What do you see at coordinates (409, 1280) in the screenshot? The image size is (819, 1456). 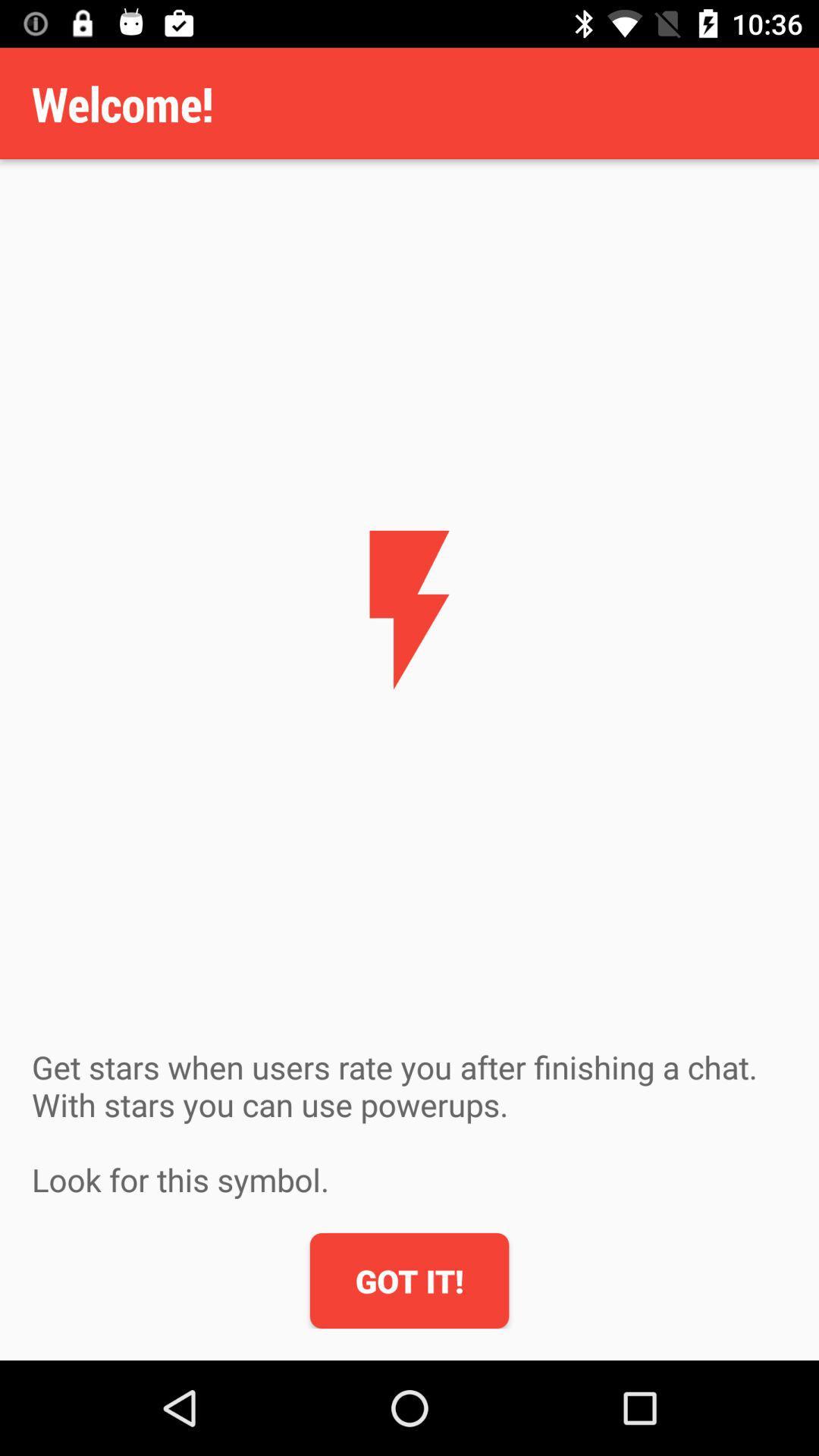 I see `got it! icon` at bounding box center [409, 1280].